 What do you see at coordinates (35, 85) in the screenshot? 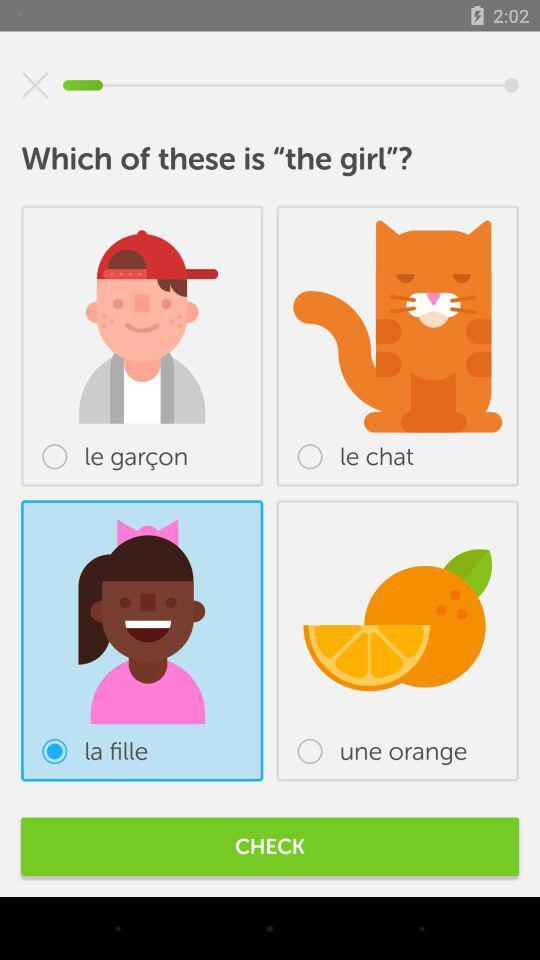
I see `the star icon` at bounding box center [35, 85].